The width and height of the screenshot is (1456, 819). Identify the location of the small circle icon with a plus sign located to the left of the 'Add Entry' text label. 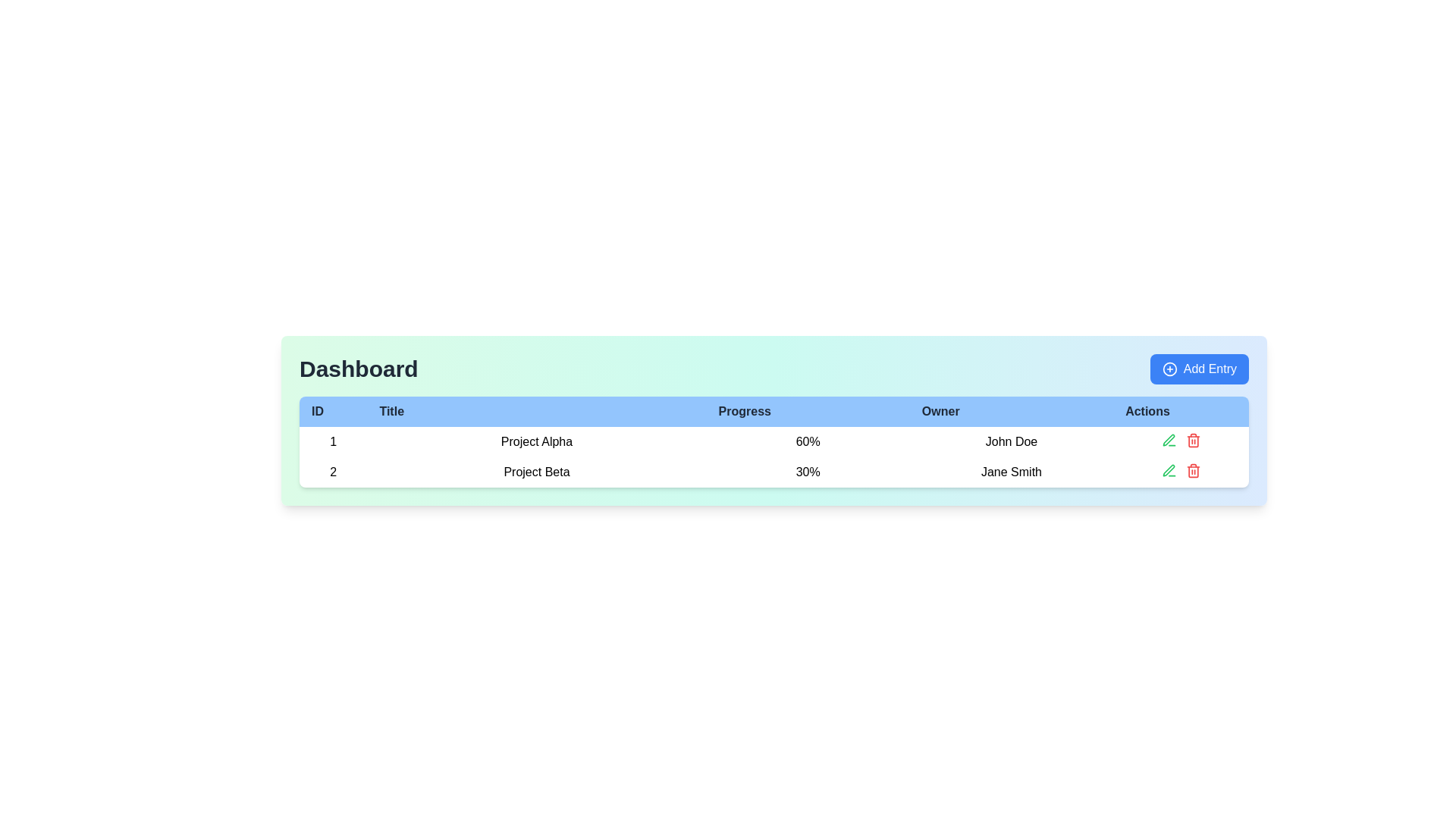
(1169, 369).